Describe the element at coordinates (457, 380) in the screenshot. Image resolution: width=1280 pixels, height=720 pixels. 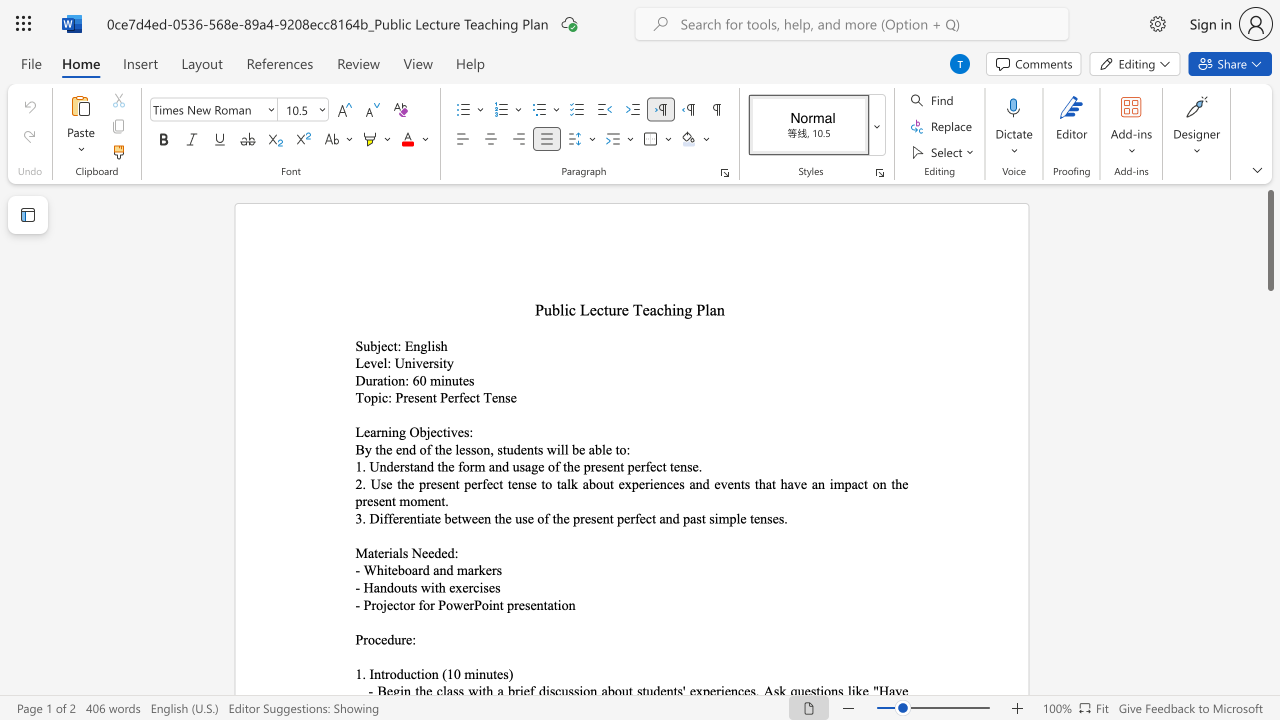
I see `the space between the continuous character "u" and "t" in the text` at that location.